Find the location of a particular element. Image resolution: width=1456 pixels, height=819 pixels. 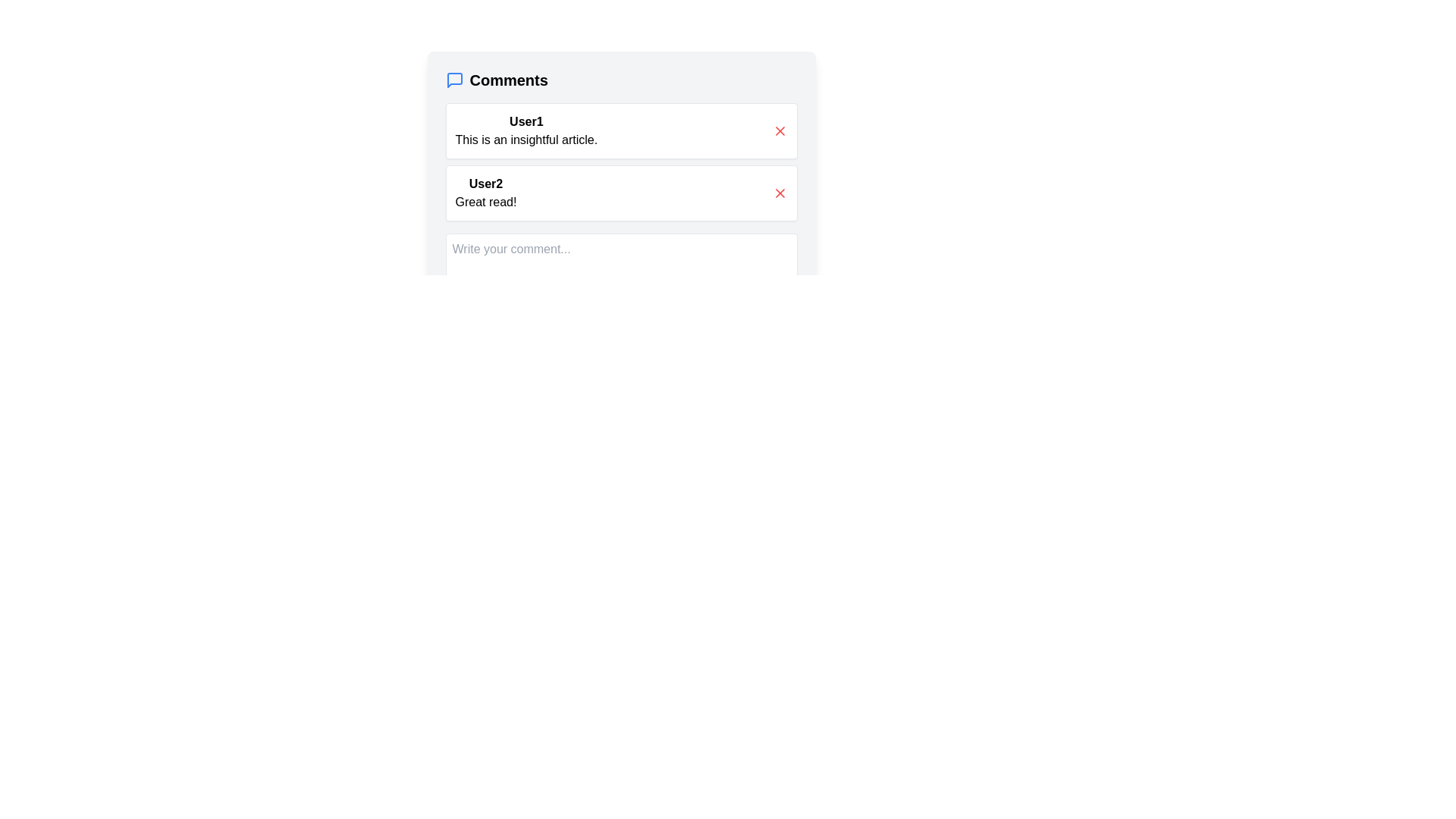

the small diagonal cross icon in the top-right corner of User1's comment box is located at coordinates (780, 130).